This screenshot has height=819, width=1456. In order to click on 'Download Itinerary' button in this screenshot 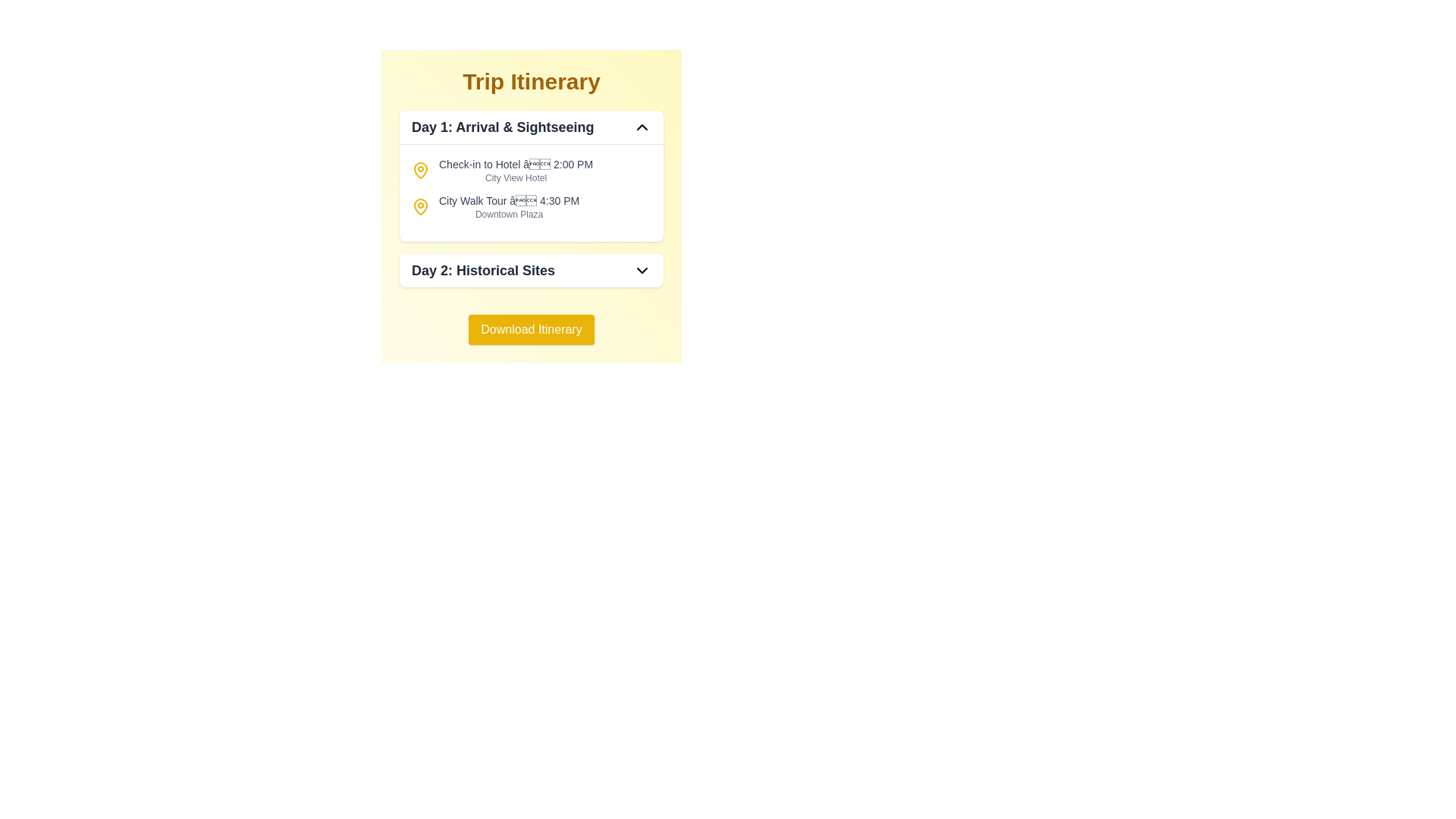, I will do `click(531, 329)`.